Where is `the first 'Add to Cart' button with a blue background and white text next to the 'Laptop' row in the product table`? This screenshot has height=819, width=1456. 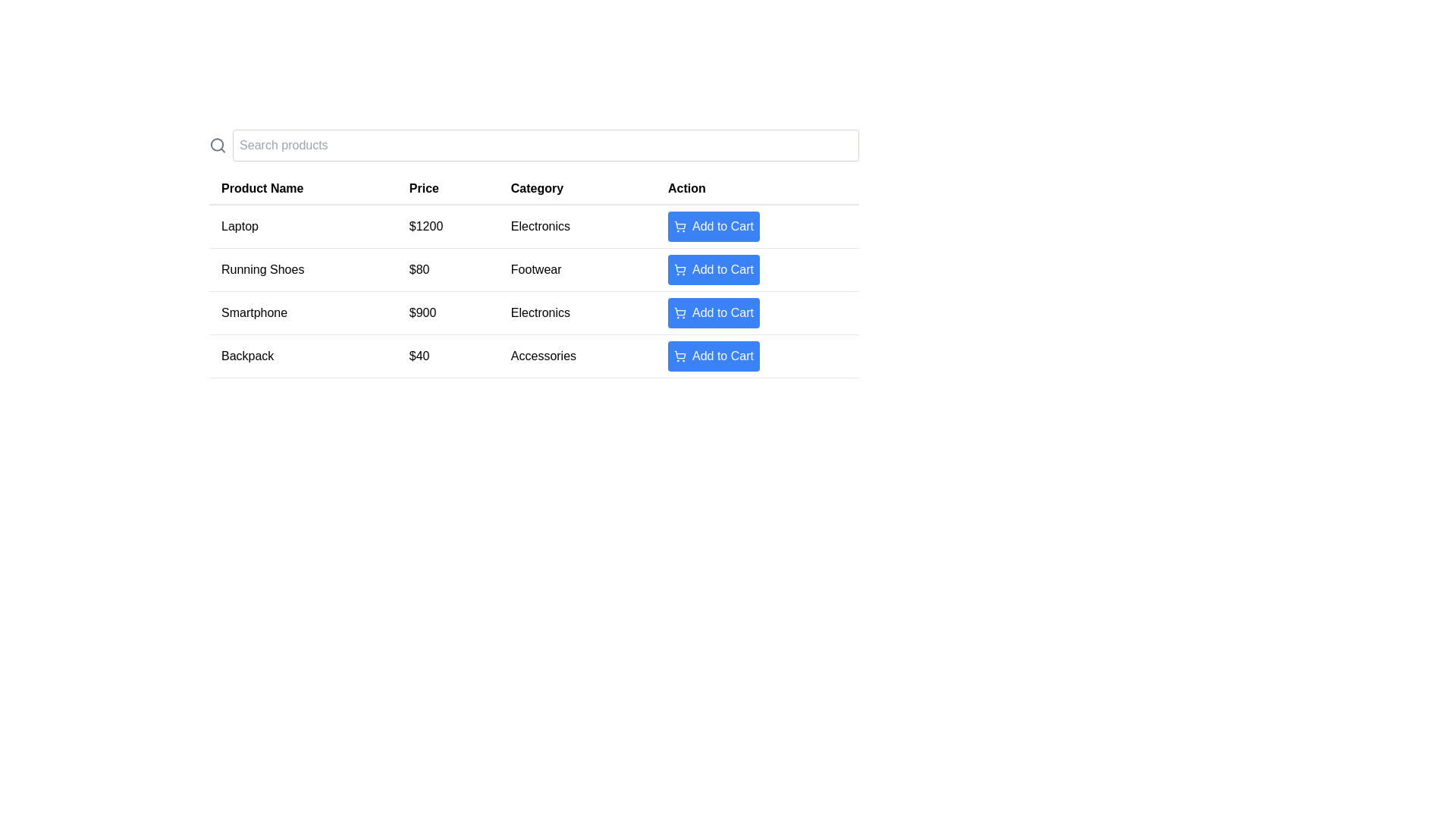 the first 'Add to Cart' button with a blue background and white text next to the 'Laptop' row in the product table is located at coordinates (713, 227).